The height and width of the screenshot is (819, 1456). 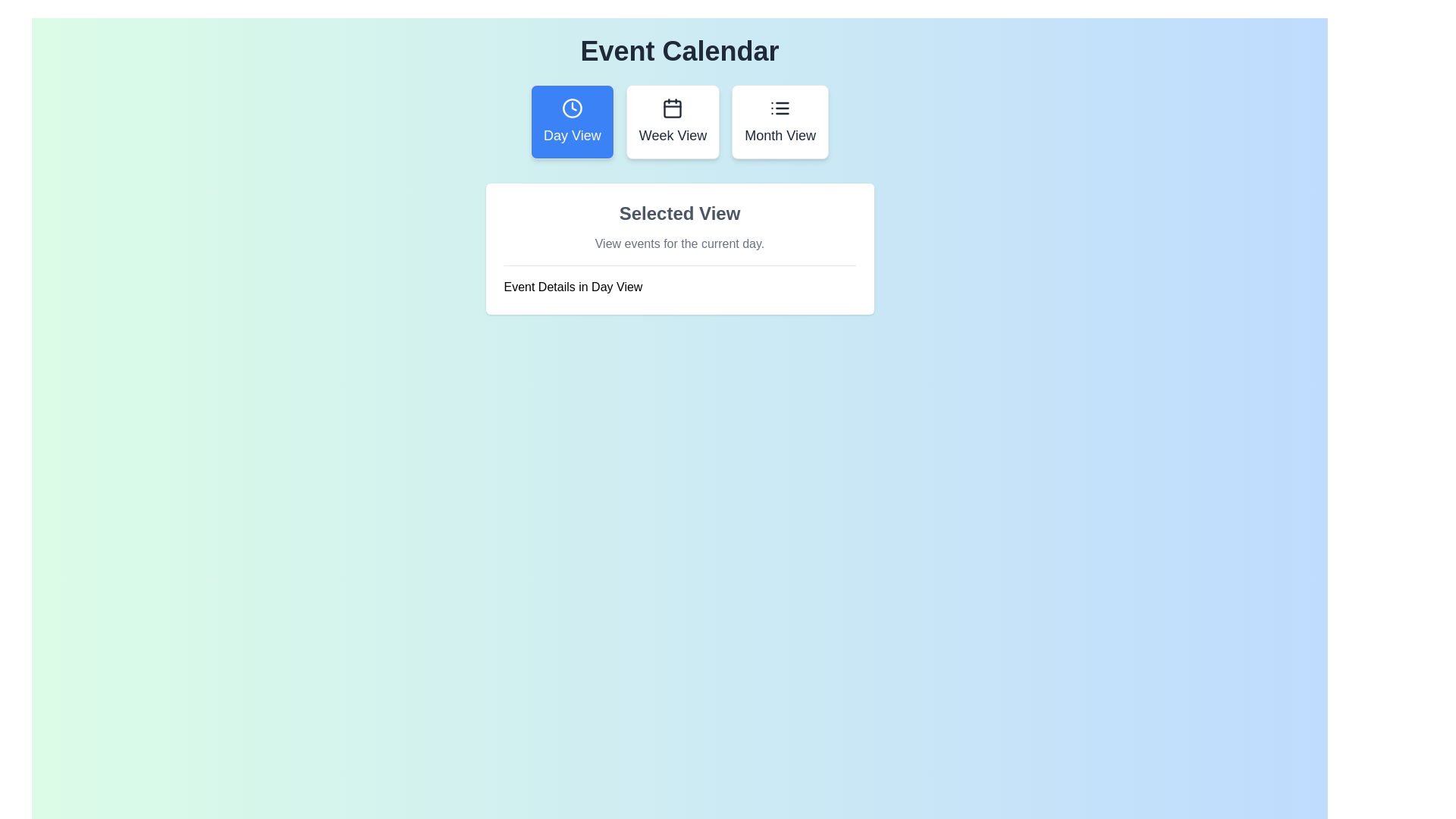 I want to click on the button labeled 'Week View' to observe its hover effect, so click(x=672, y=121).